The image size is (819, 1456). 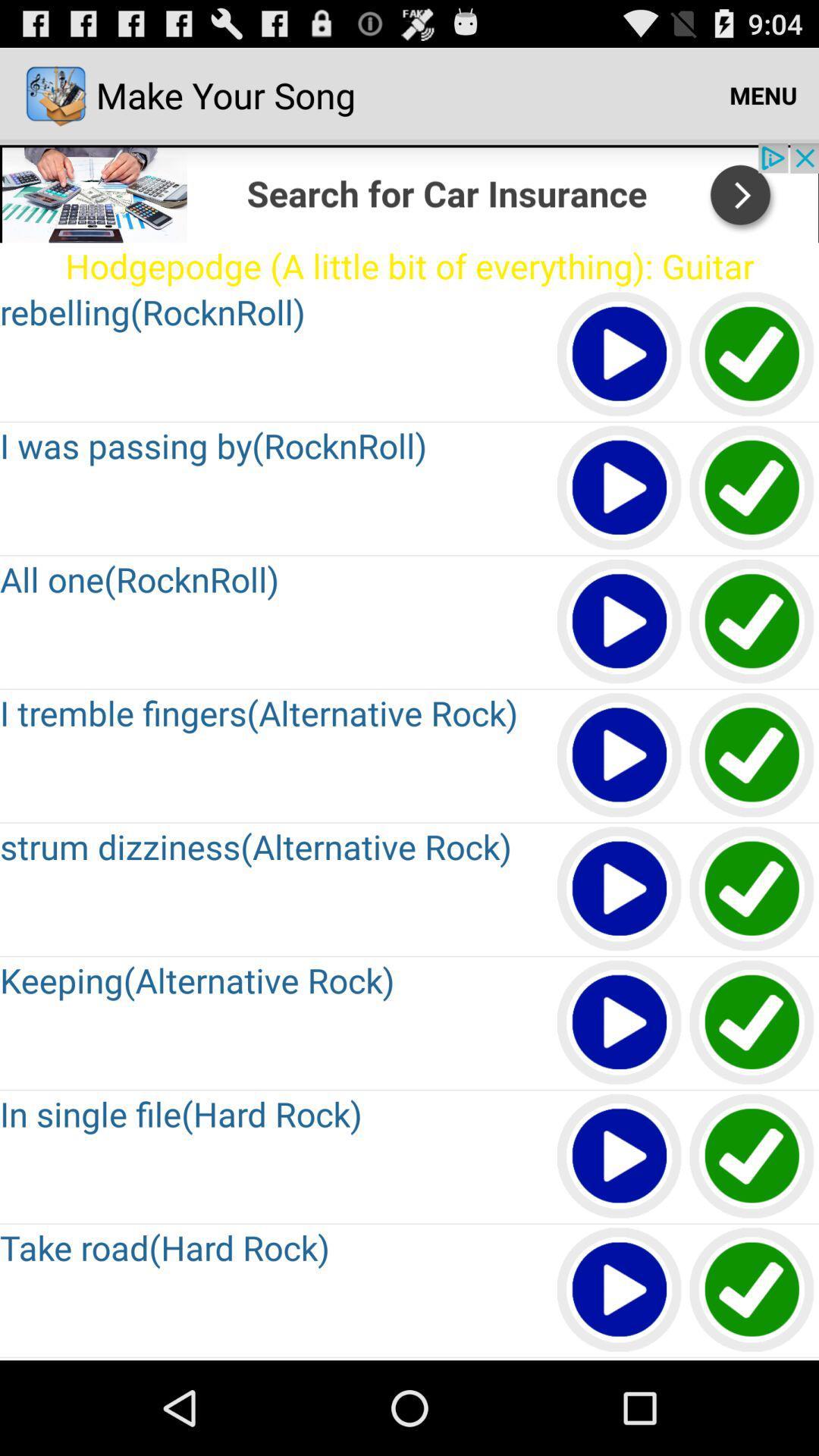 What do you see at coordinates (752, 488) in the screenshot?
I see `to select a song` at bounding box center [752, 488].